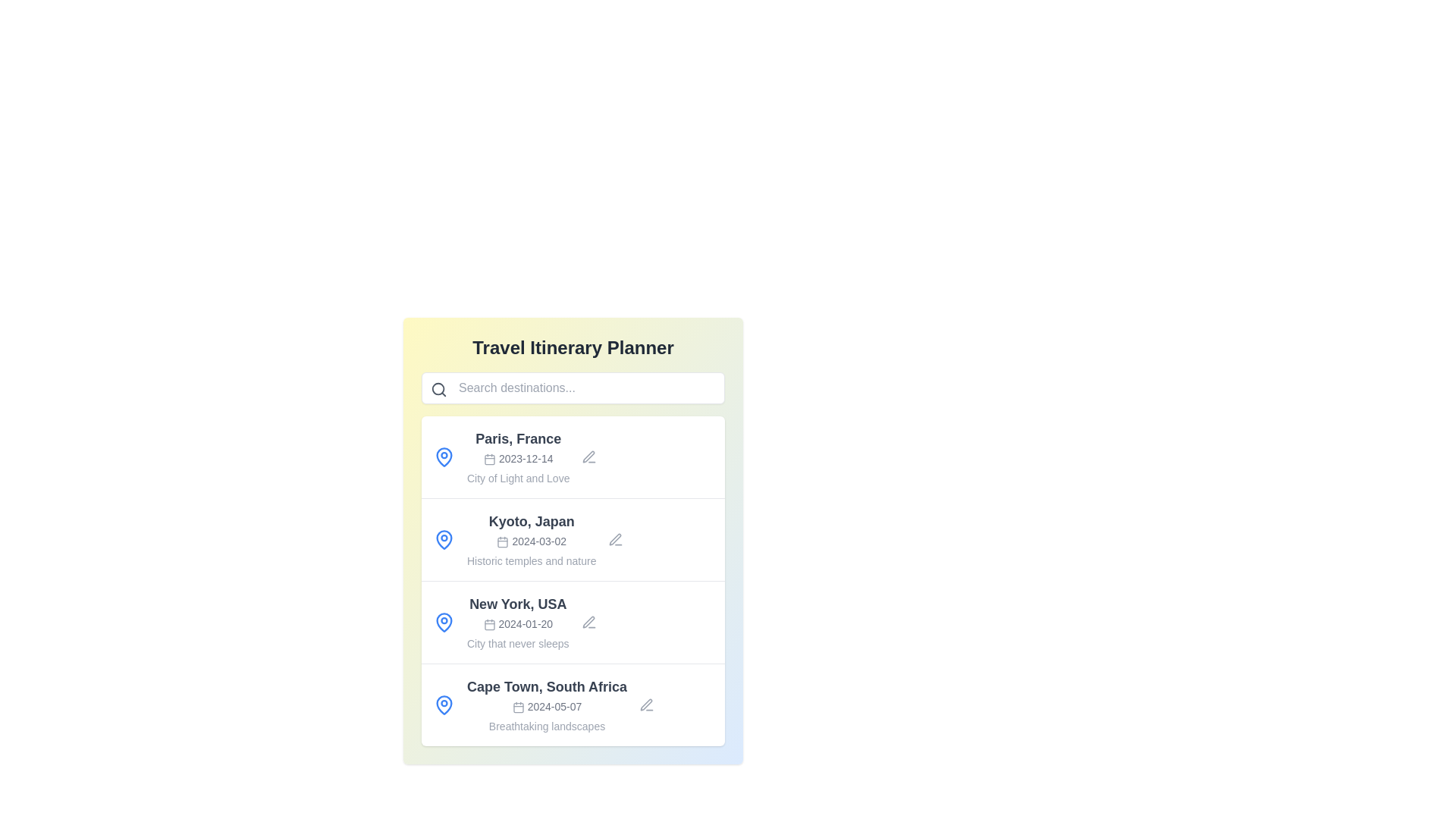 This screenshot has height=819, width=1456. I want to click on the circular gray outline element within the magnifying glass icon, located to the far left of the search input field in the travel itinerary planner interface, so click(438, 388).